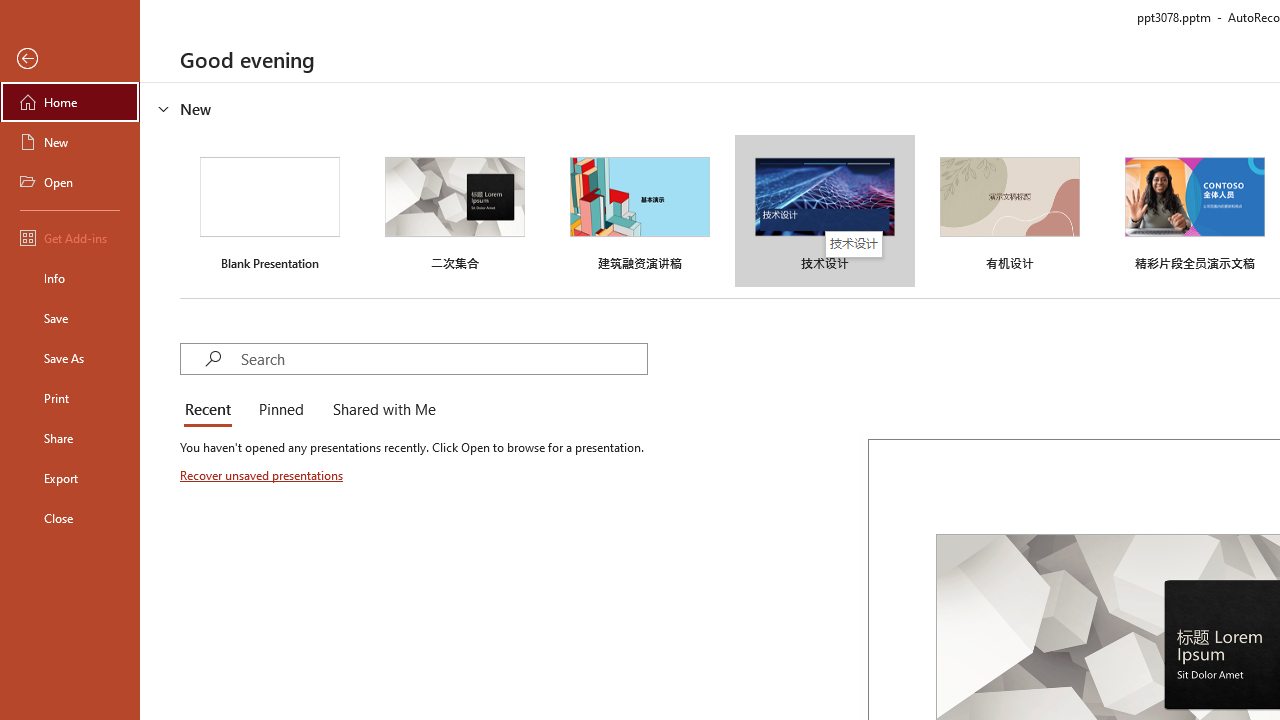  I want to click on 'Info', so click(69, 277).